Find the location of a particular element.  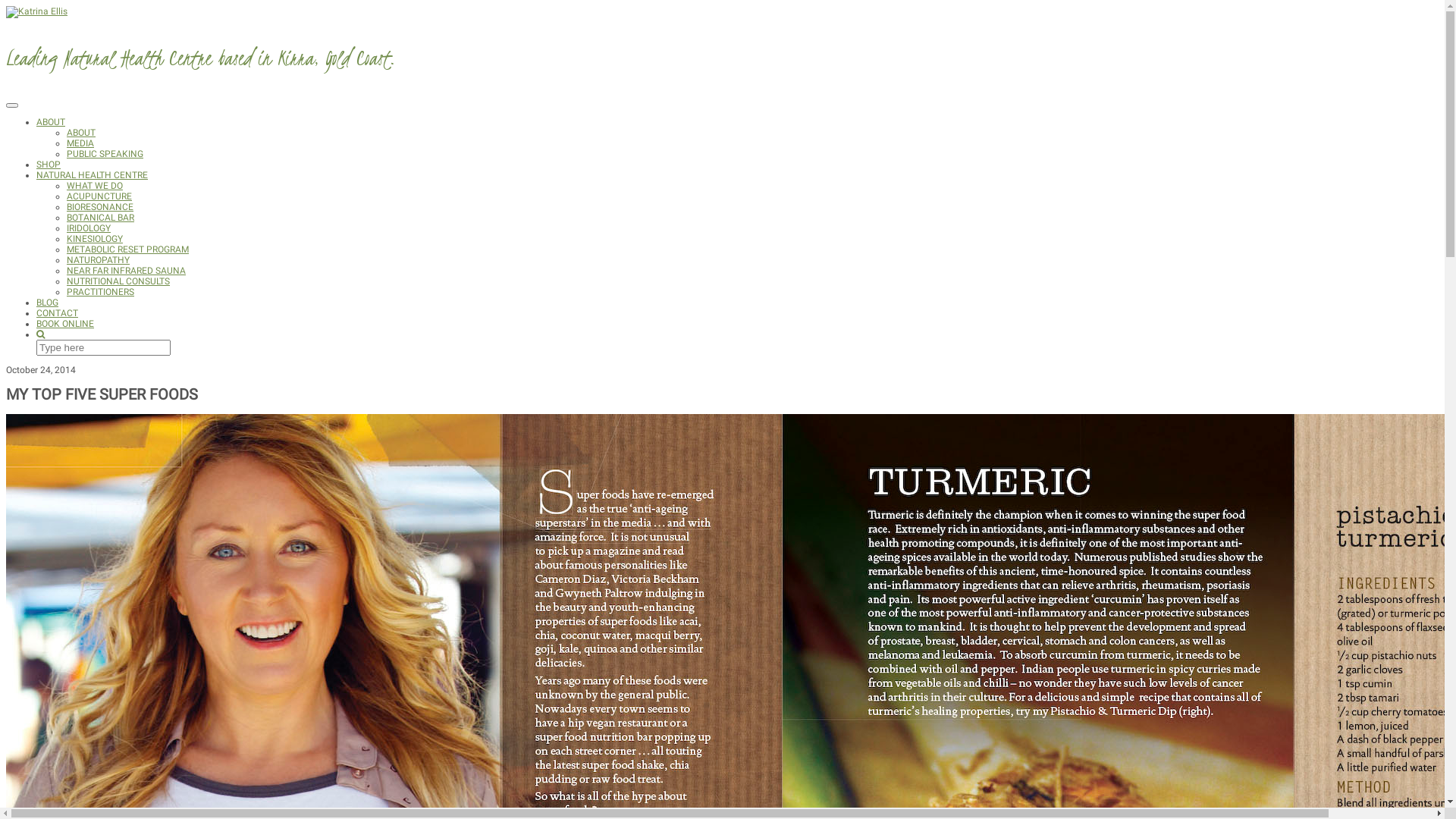

'BOTANICAL BAR' is located at coordinates (65, 217).